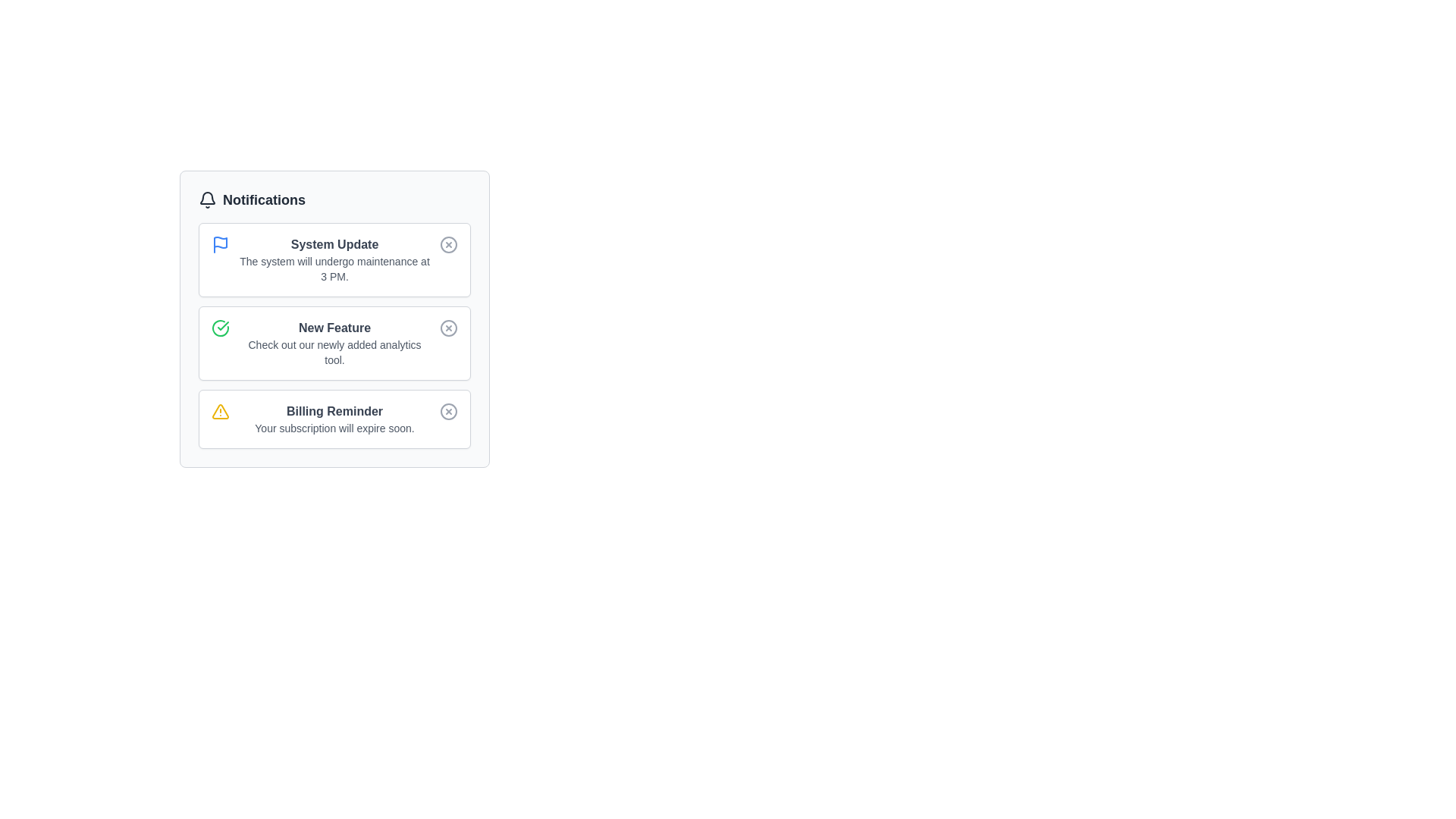 The image size is (1456, 819). I want to click on the bell icon representing notifications, which is located to the left of the text labeled 'Notifications', so click(206, 199).